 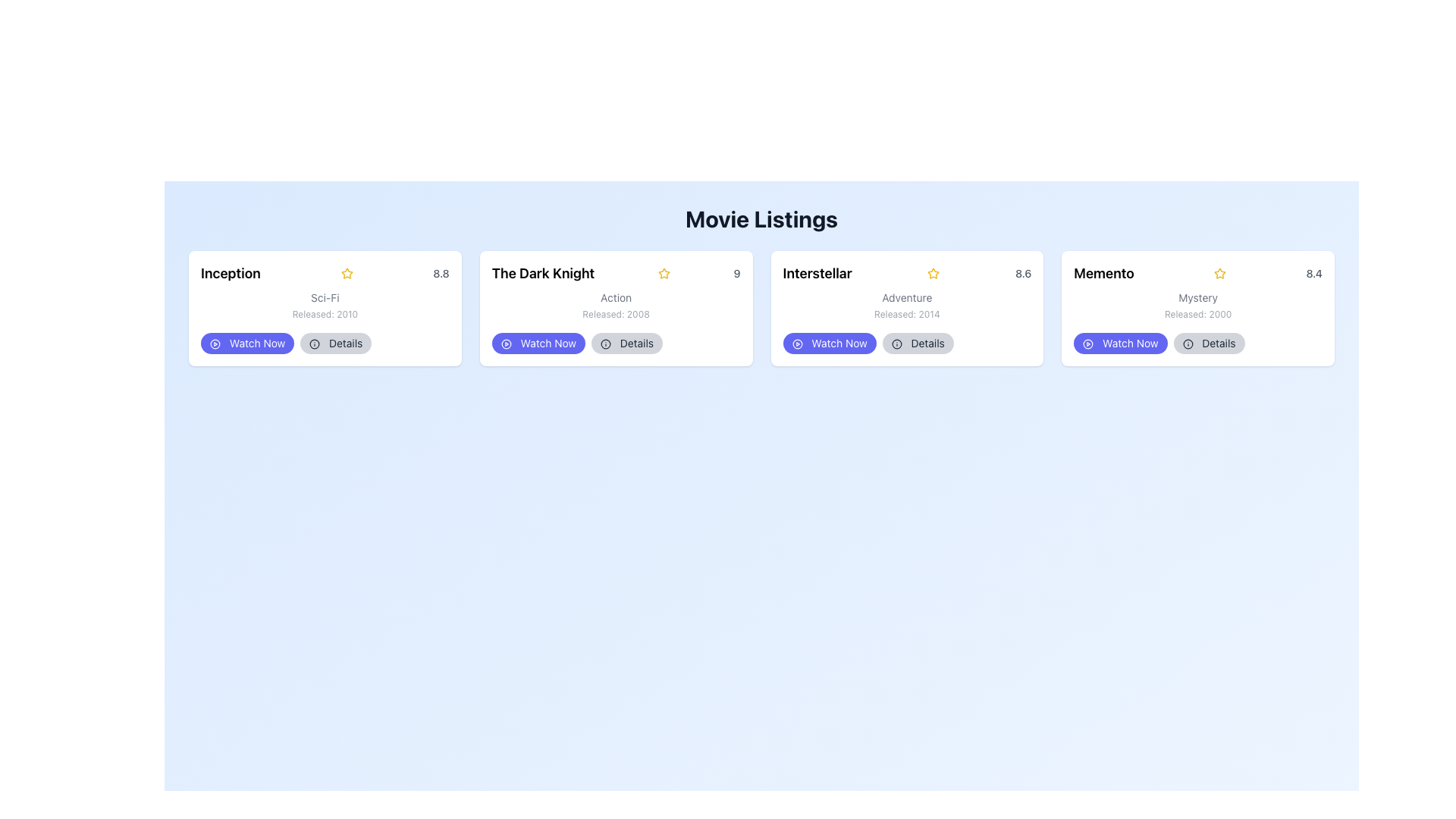 I want to click on the 'Watch Now' button located within the 'Interstellar' movie card to initiate the movie streaming functionality, so click(x=829, y=343).